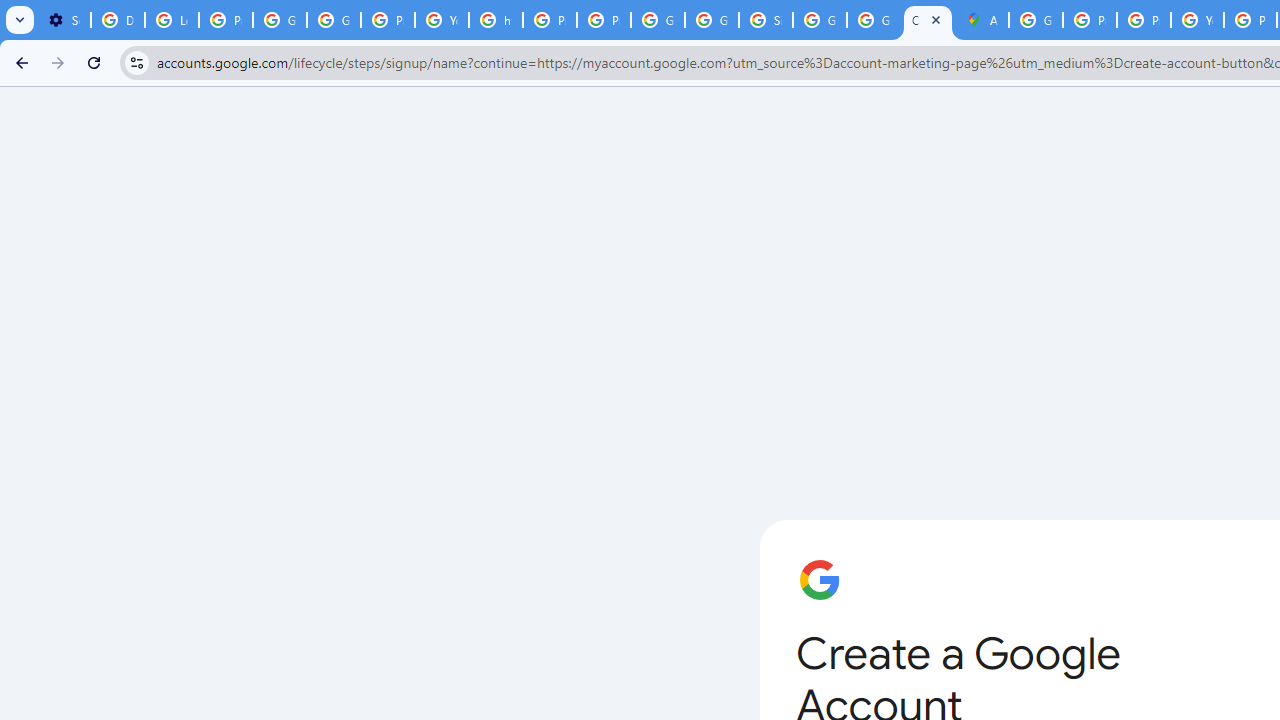 This screenshot has height=720, width=1280. What do you see at coordinates (64, 20) in the screenshot?
I see `'Settings - Performance'` at bounding box center [64, 20].